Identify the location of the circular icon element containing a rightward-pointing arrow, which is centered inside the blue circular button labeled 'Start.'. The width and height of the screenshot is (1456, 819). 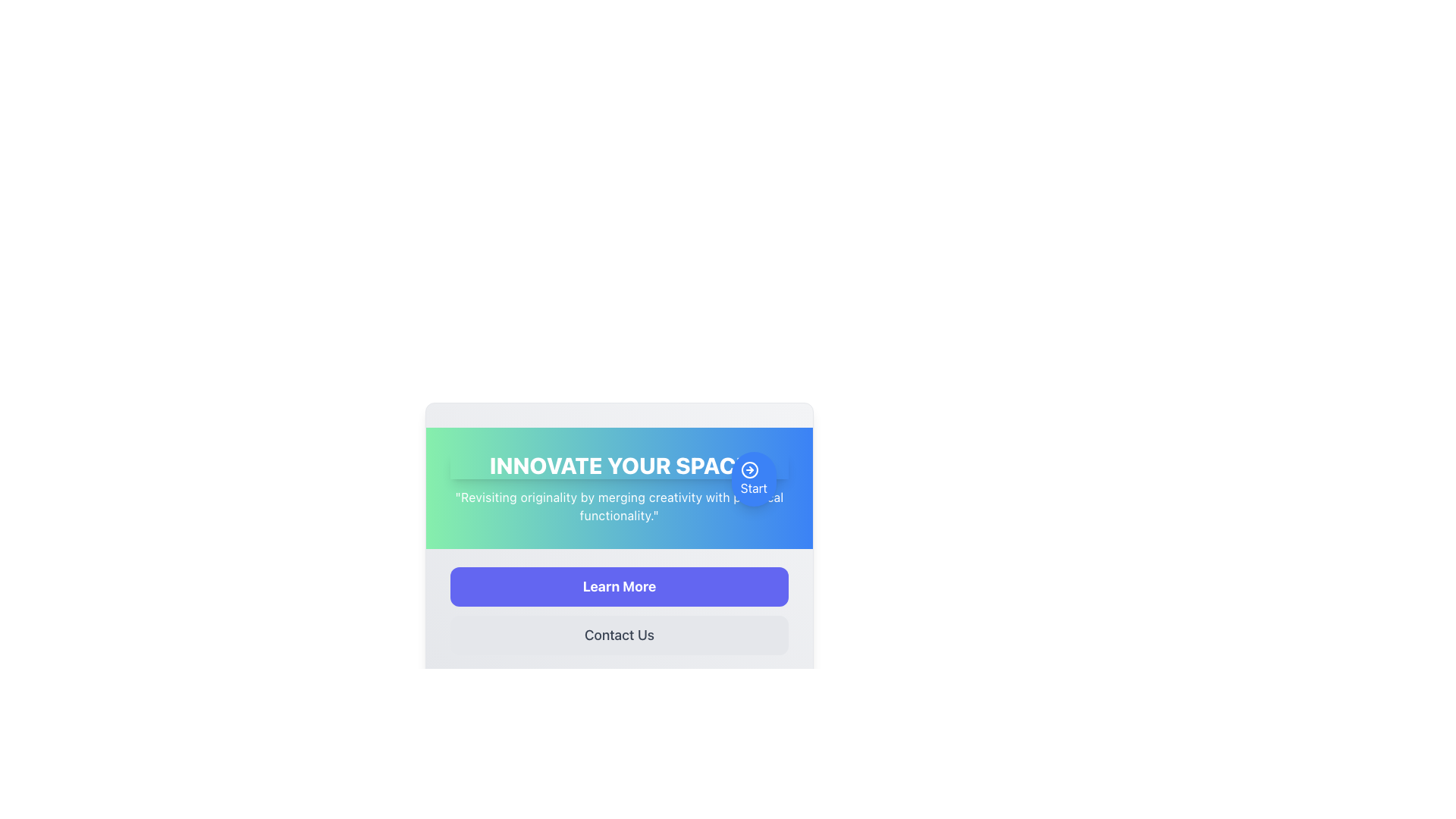
(749, 469).